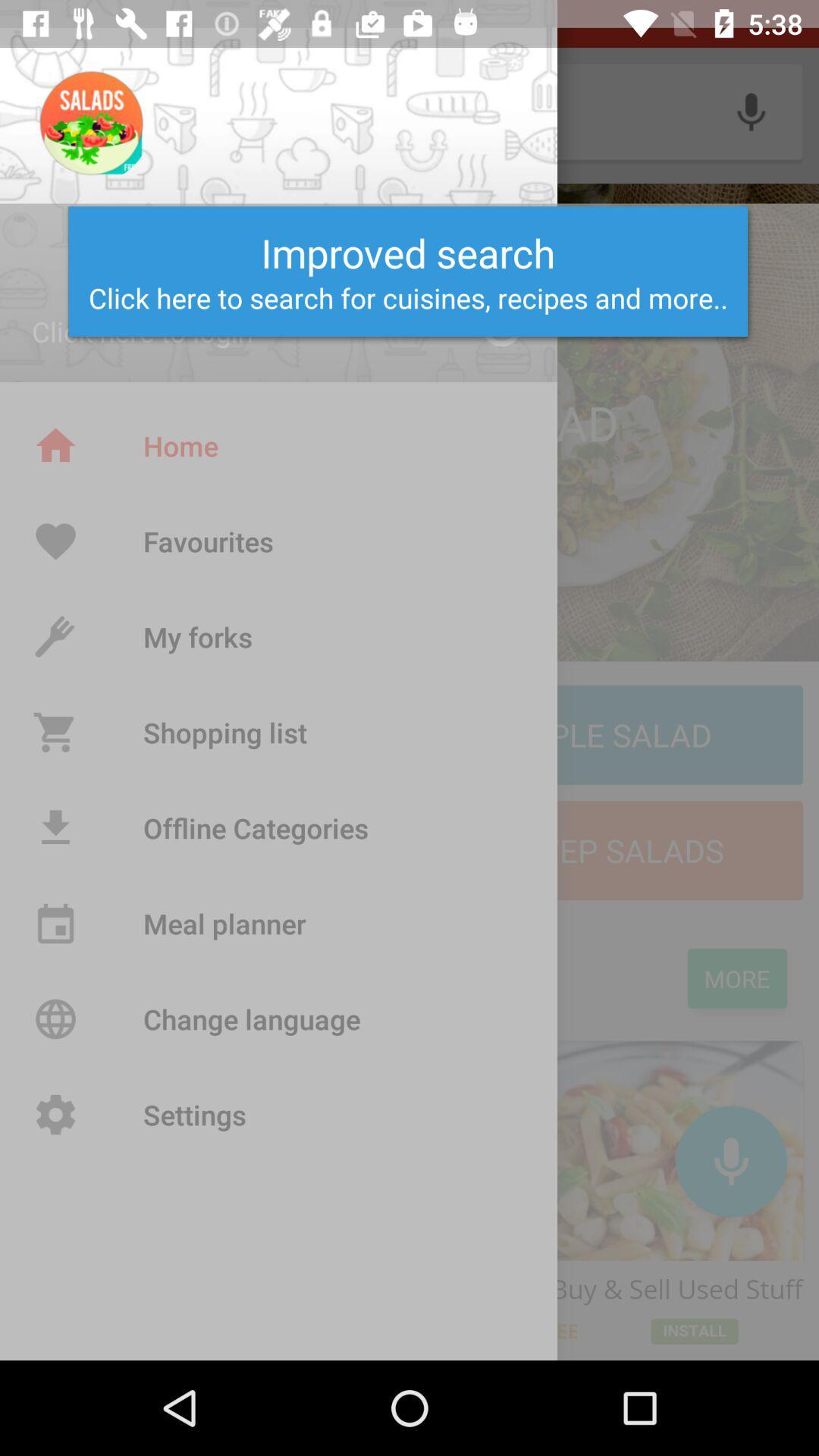 The height and width of the screenshot is (1456, 819). Describe the element at coordinates (730, 1160) in the screenshot. I see `the microphone icon` at that location.